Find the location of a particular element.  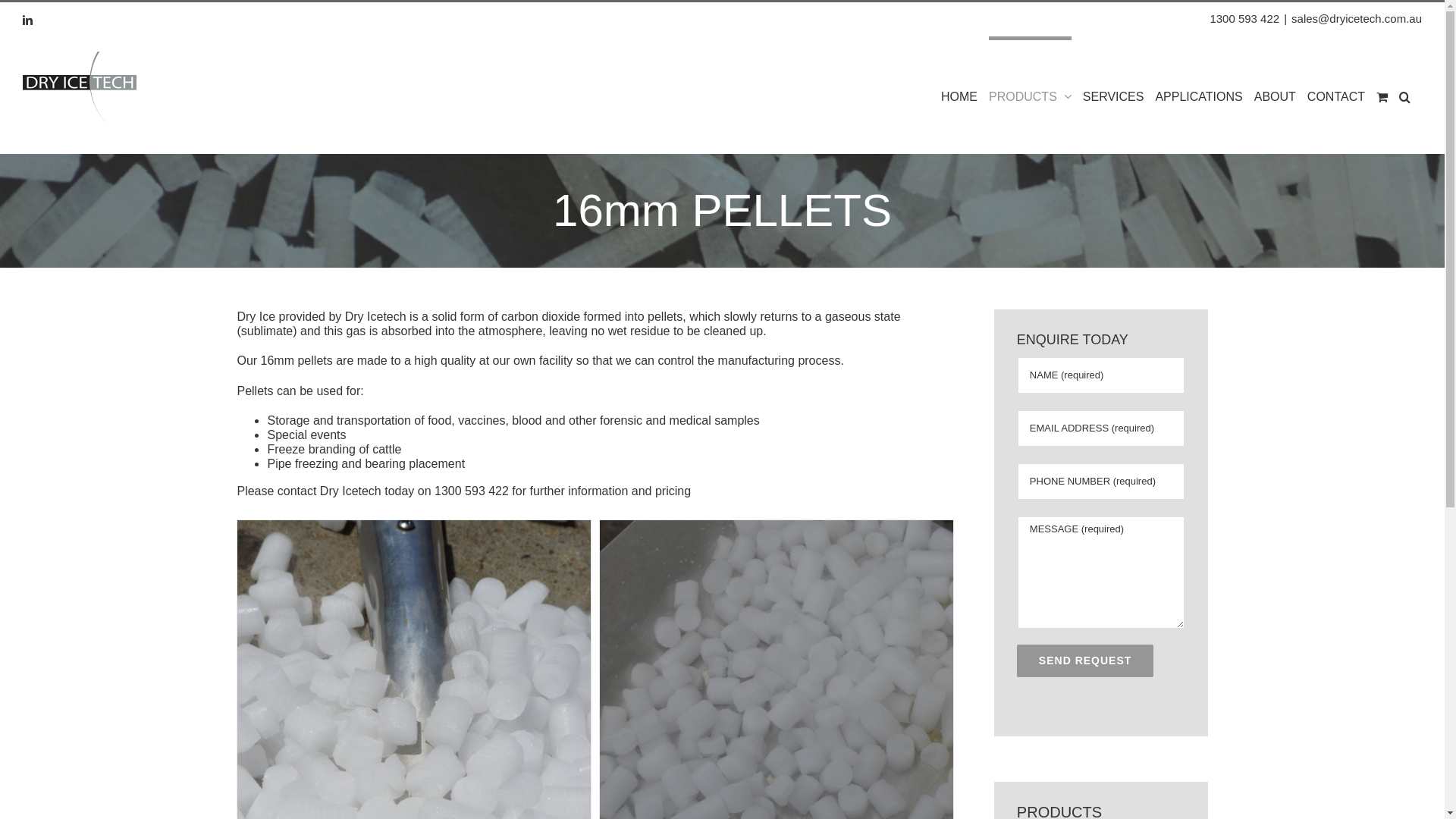

'HOME' is located at coordinates (940, 94).